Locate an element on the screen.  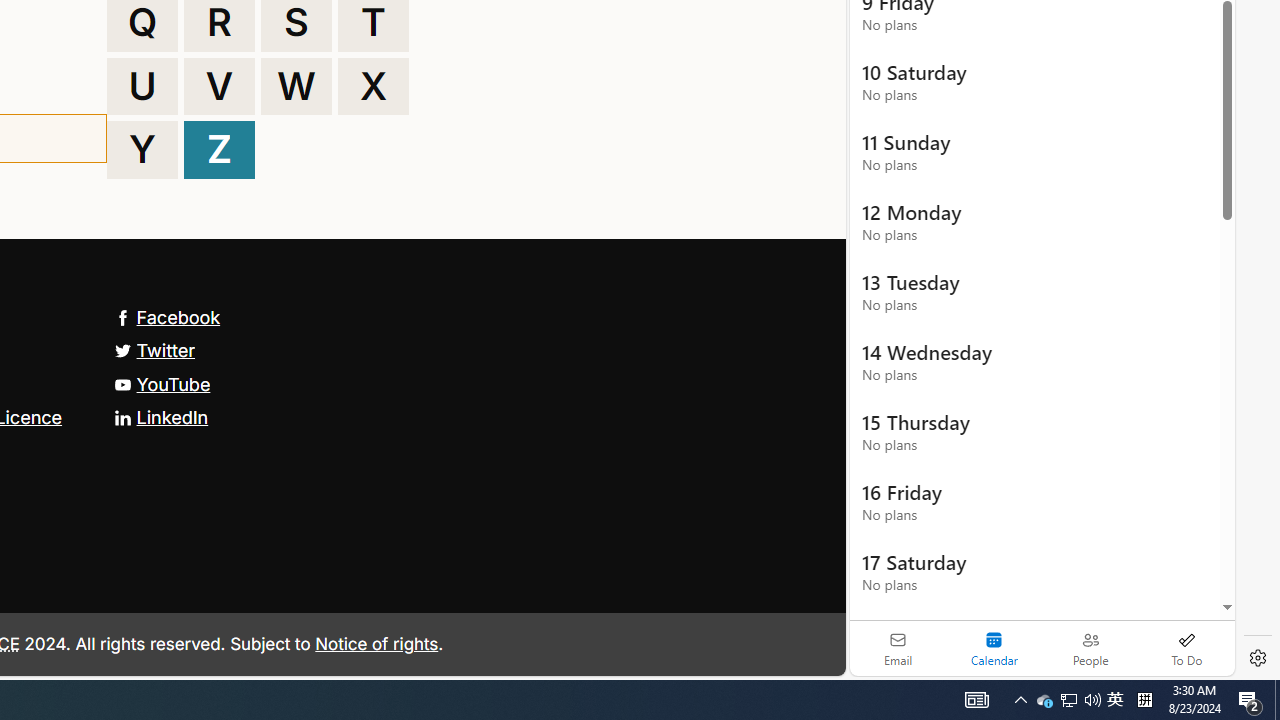
'Z' is located at coordinates (219, 149).